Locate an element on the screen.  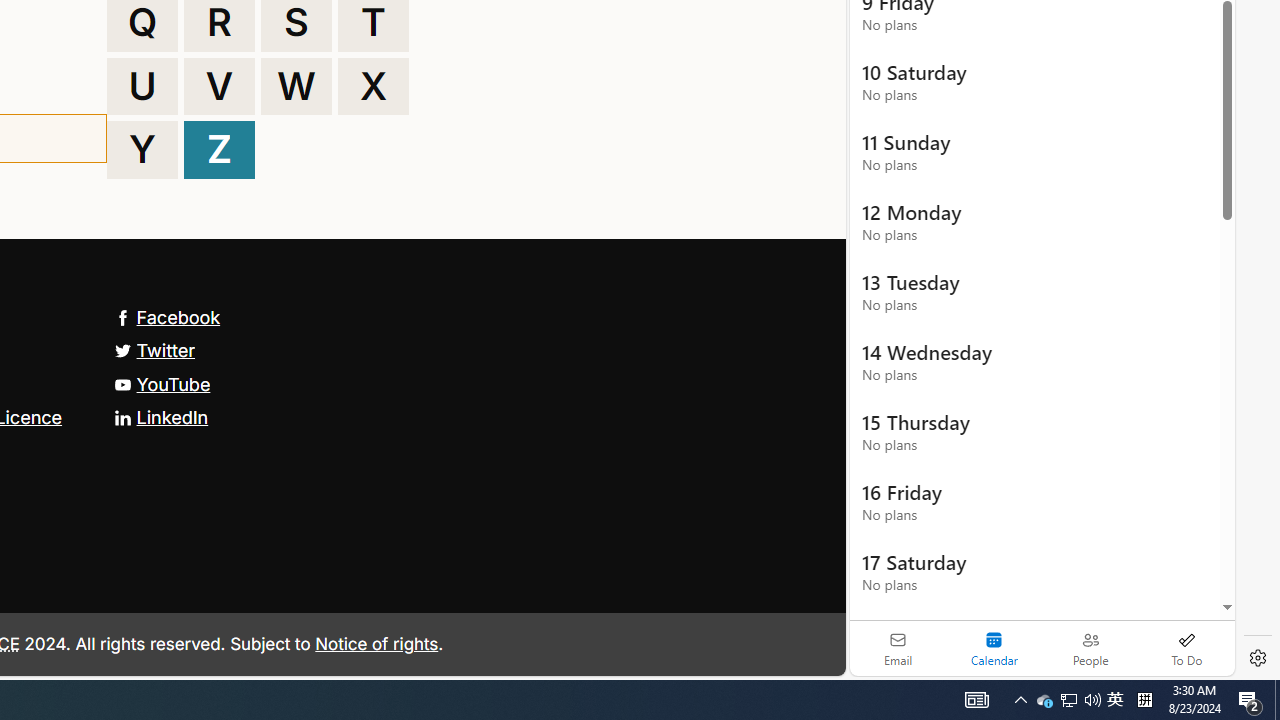
'Z' is located at coordinates (219, 149).